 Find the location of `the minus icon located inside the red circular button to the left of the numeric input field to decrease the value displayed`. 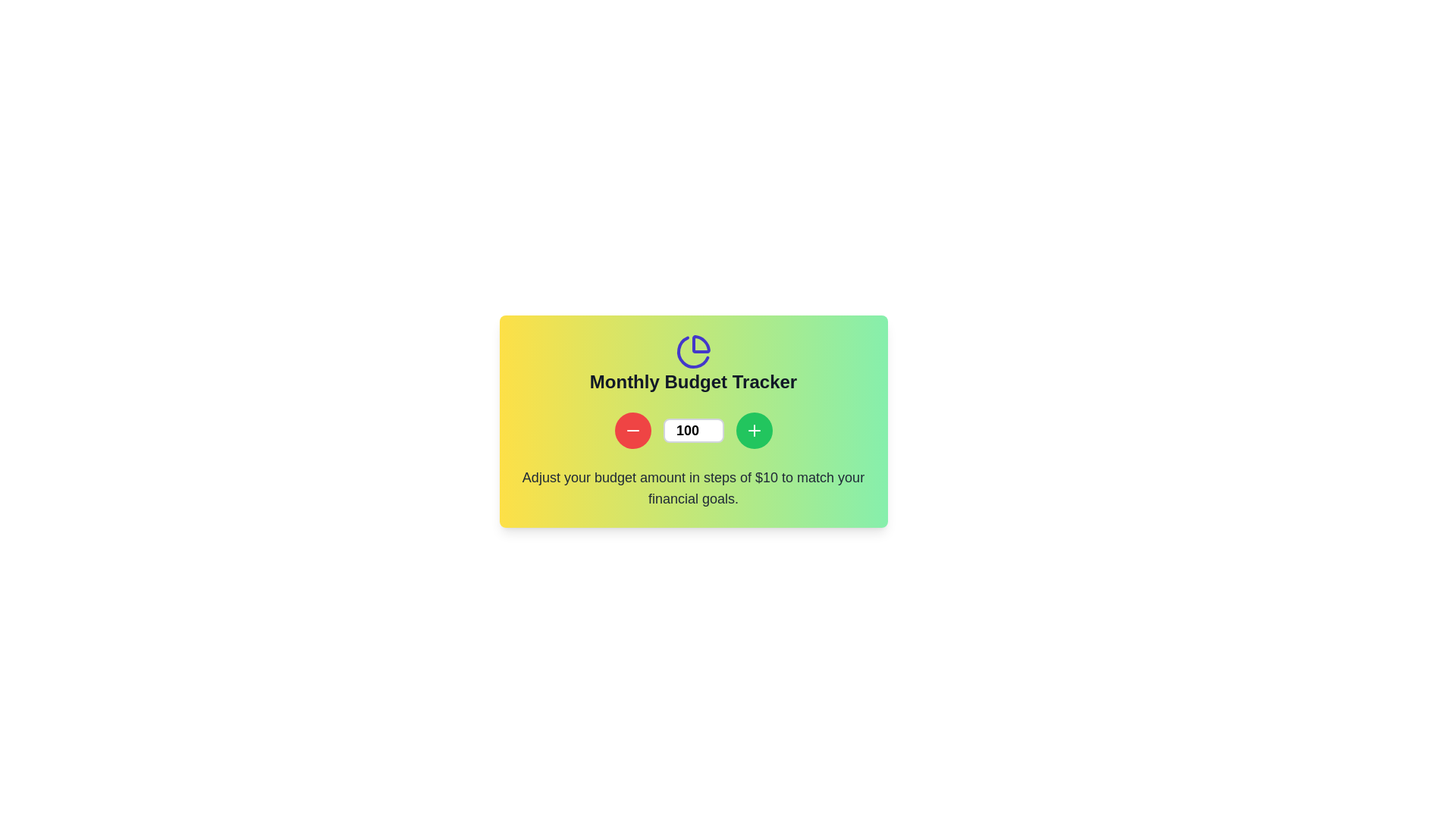

the minus icon located inside the red circular button to the left of the numeric input field to decrease the value displayed is located at coordinates (632, 430).